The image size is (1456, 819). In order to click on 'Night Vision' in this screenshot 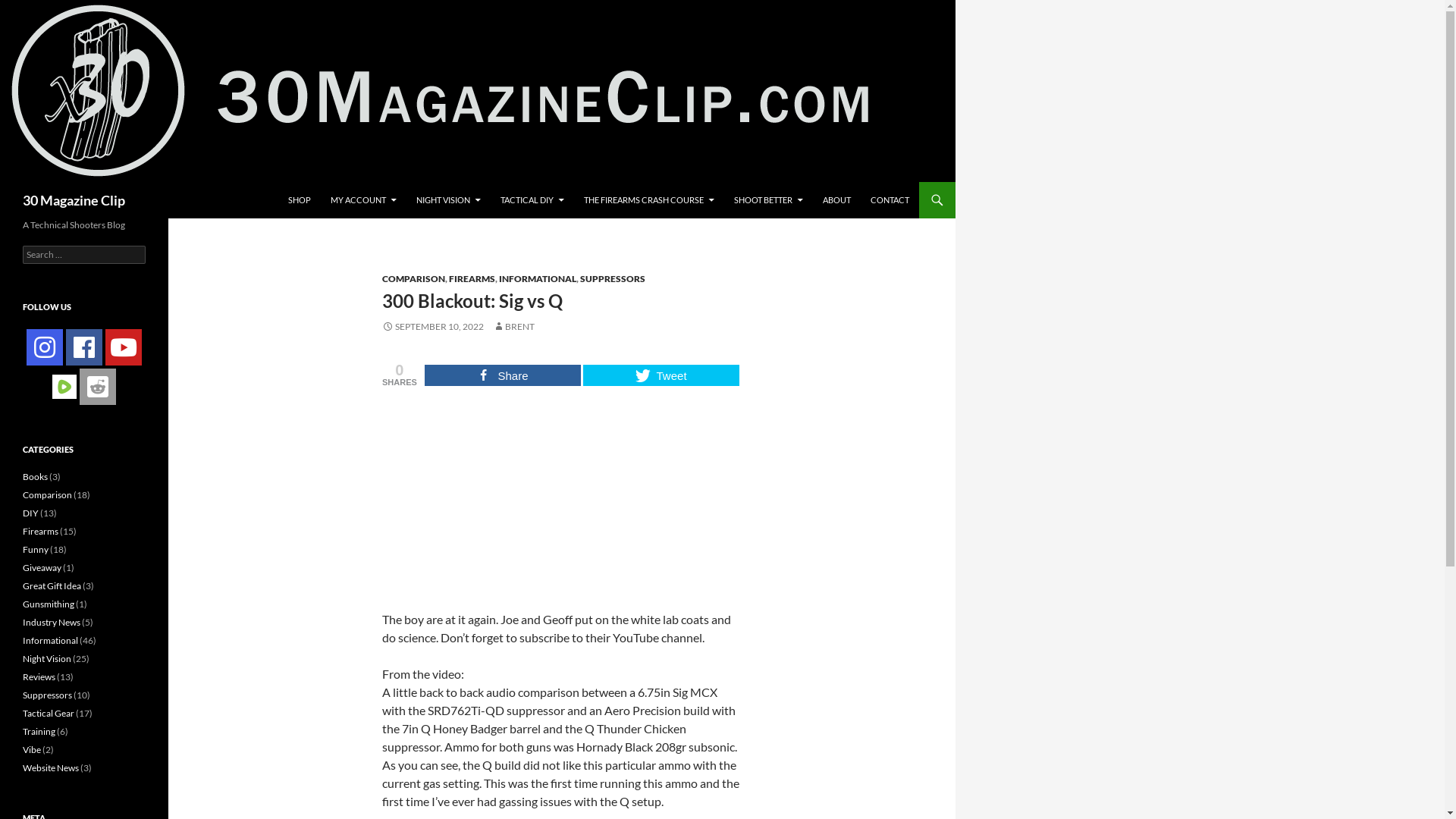, I will do `click(47, 657)`.